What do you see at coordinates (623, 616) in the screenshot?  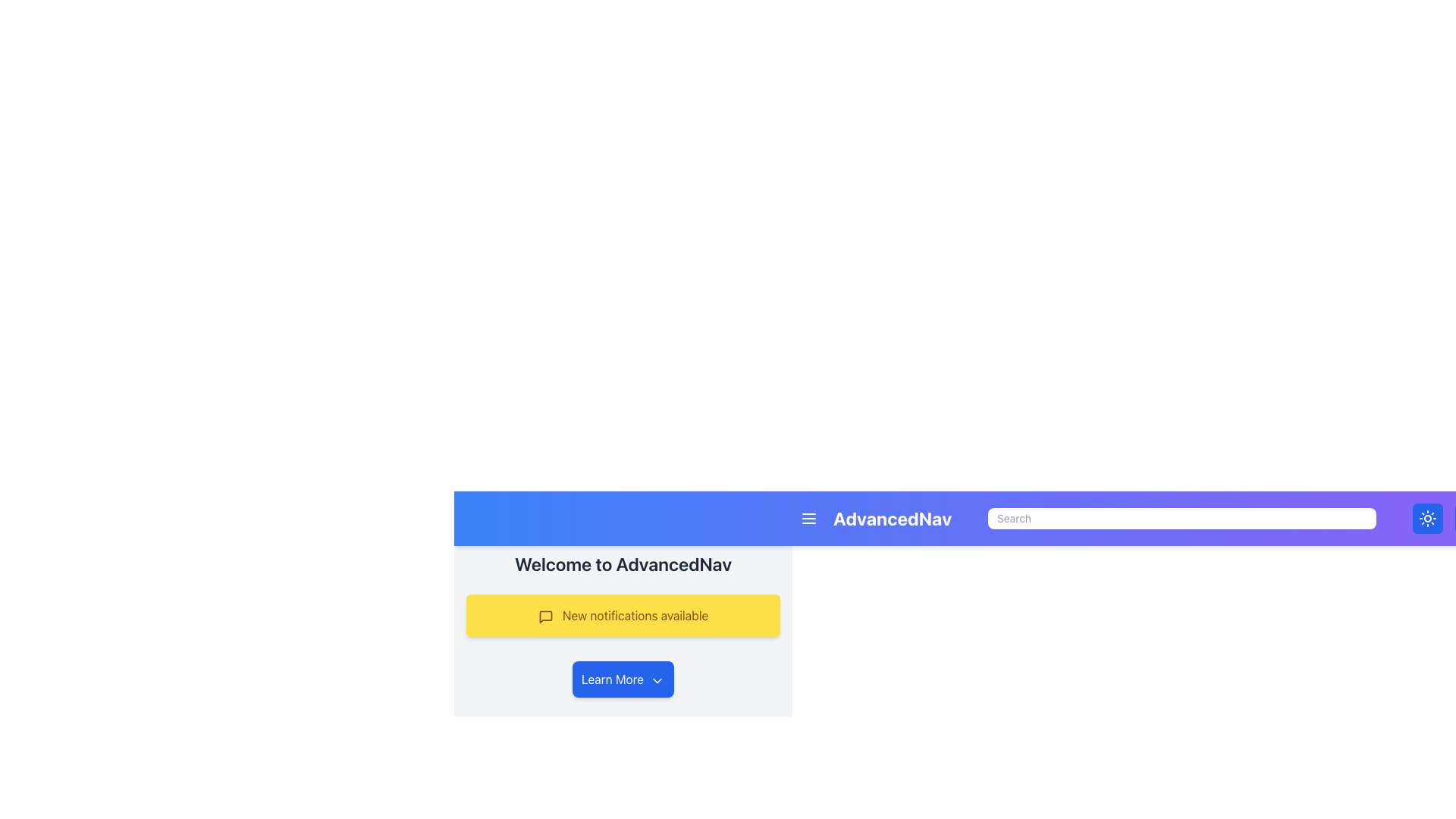 I see `the Notification Box with a yellow background and the text 'New notifications available.' positioned below 'Welcome to AdvancedNav'` at bounding box center [623, 616].